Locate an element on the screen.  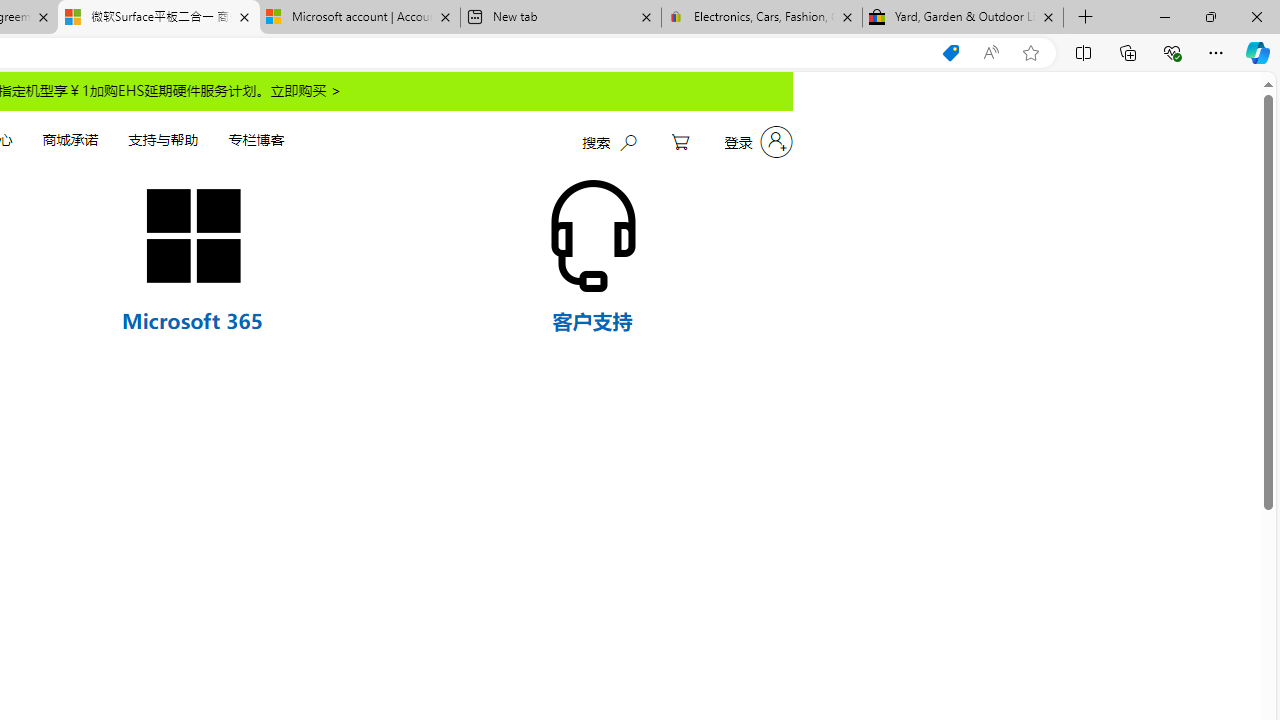
'Shopping in Microsoft Edge' is located at coordinates (950, 52).